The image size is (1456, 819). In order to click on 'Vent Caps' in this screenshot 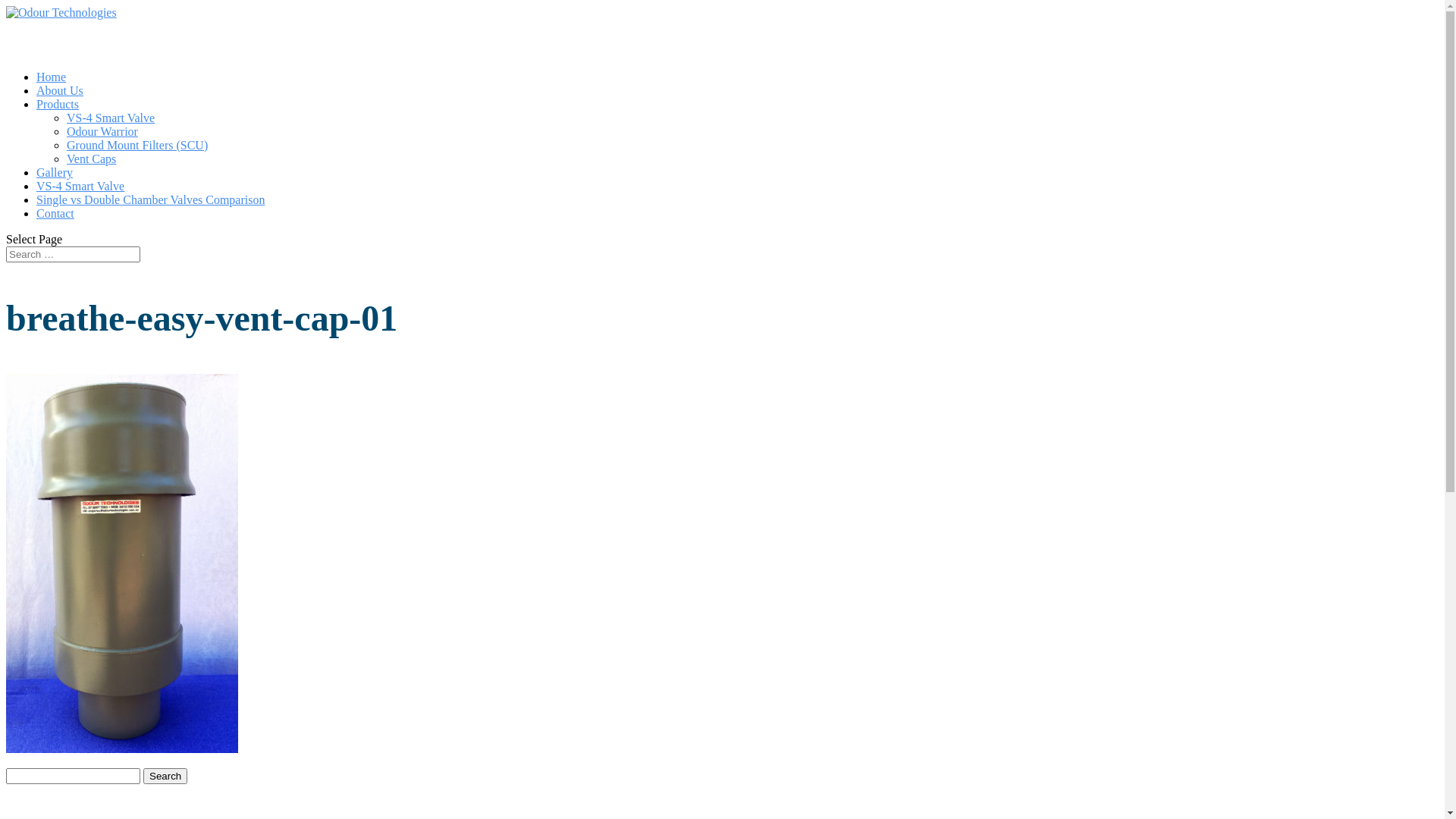, I will do `click(90, 158)`.